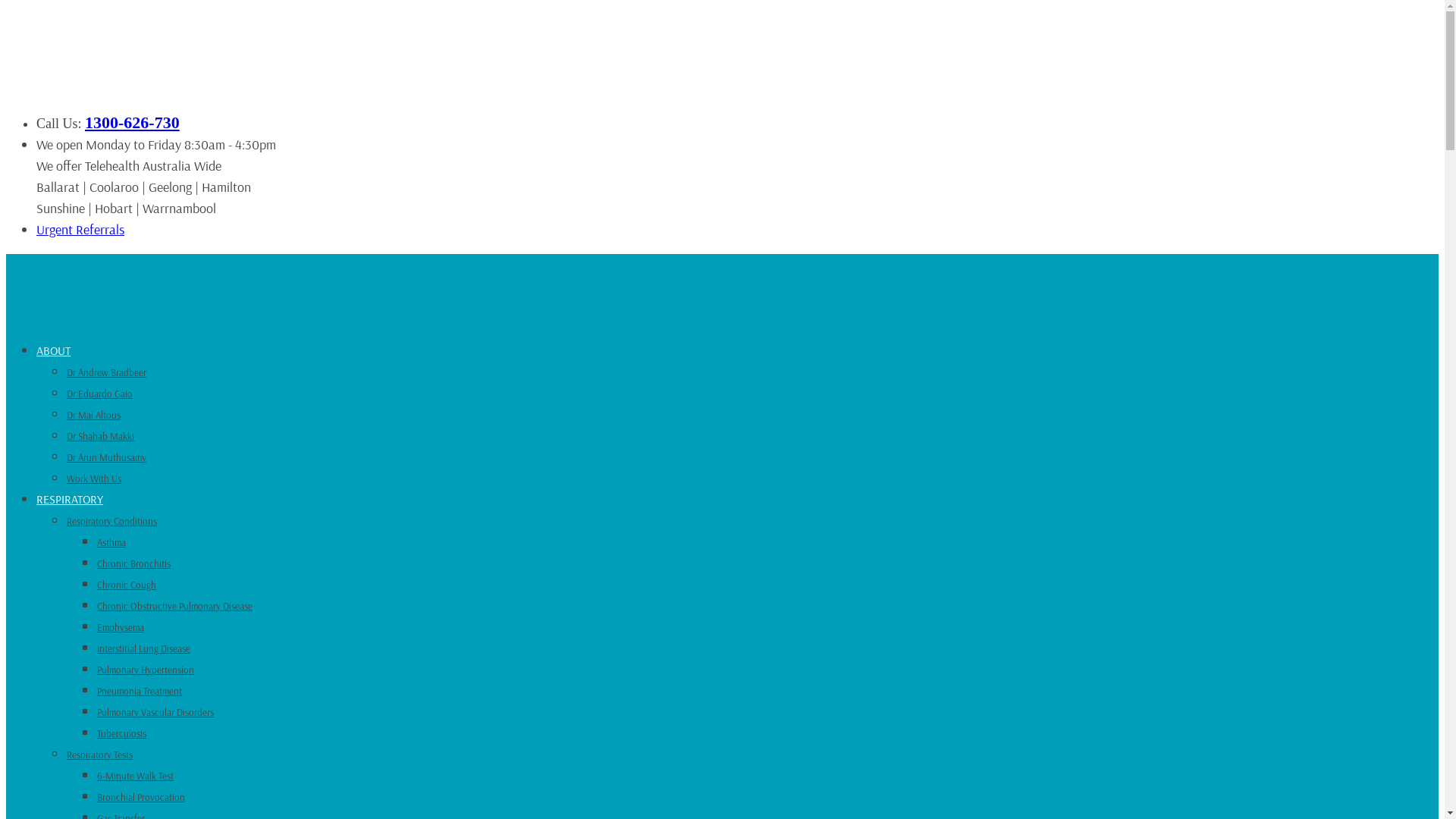  Describe the element at coordinates (105, 456) in the screenshot. I see `'Dr Arun Muthusamy'` at that location.